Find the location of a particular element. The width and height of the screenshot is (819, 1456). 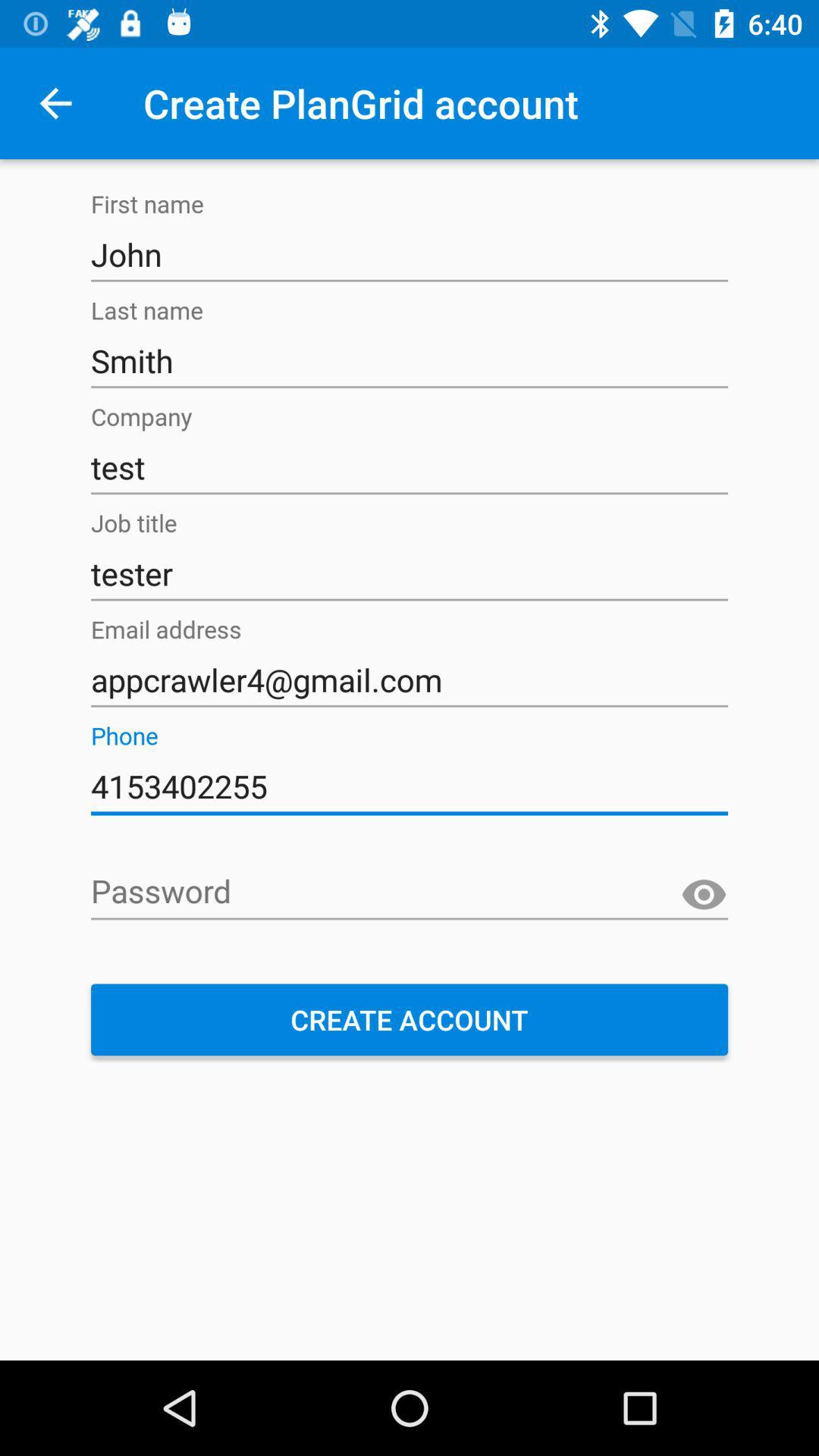

the tester icon is located at coordinates (409, 573).